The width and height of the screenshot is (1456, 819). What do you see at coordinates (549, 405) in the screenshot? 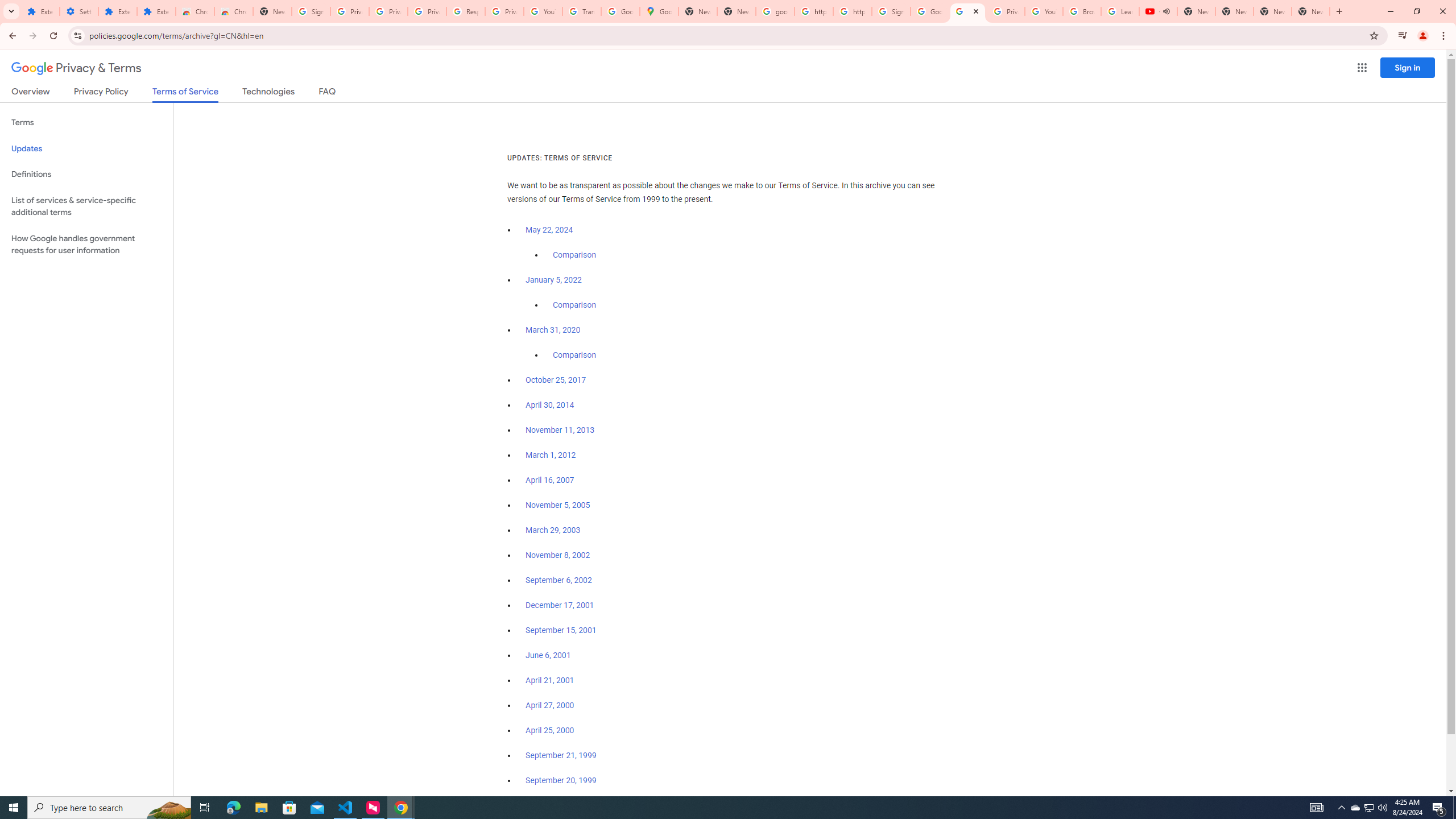
I see `'April 30, 2014'` at bounding box center [549, 405].